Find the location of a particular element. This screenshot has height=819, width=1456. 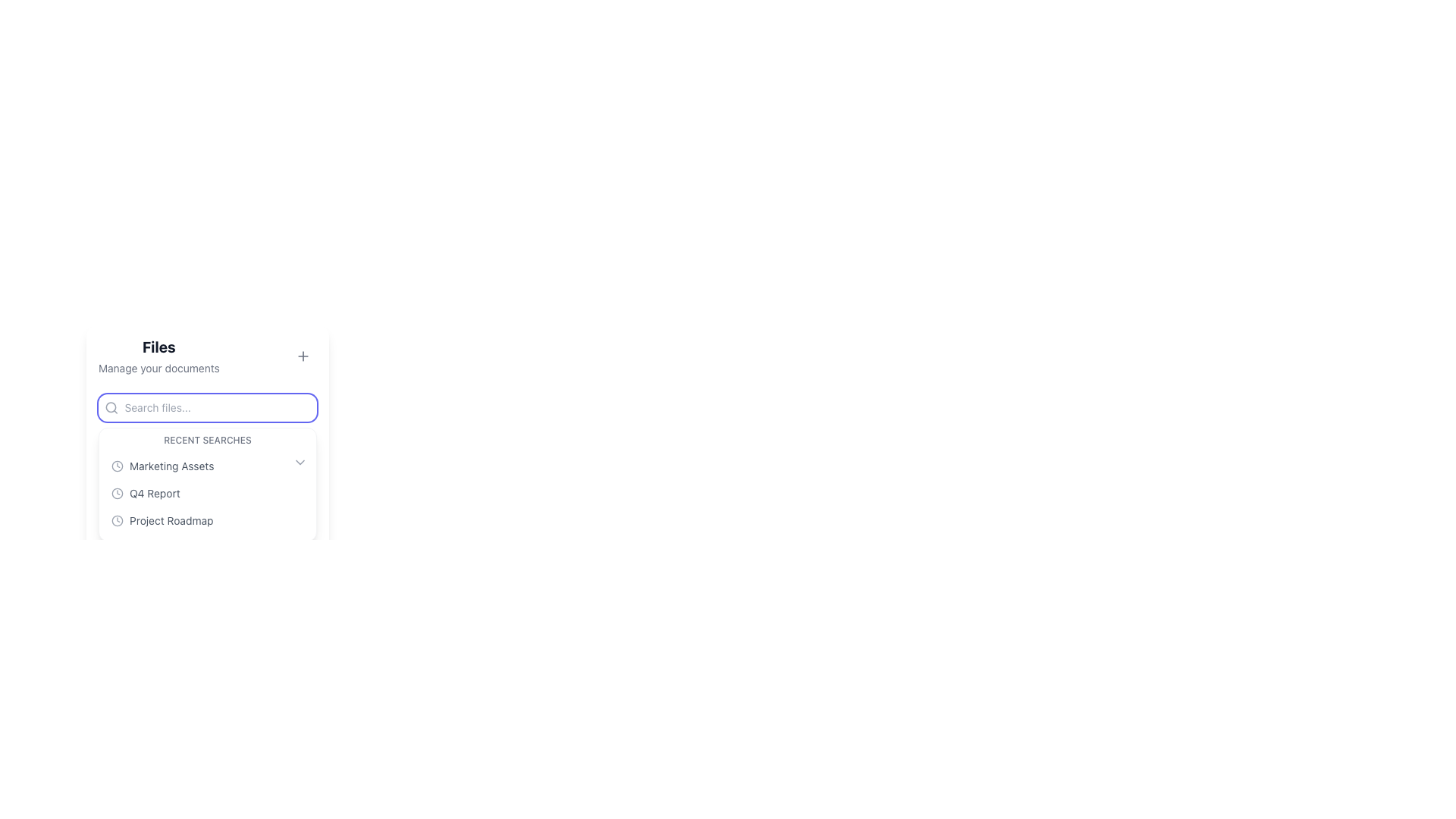

the text block containing the heading 'Files' and the subtitle 'Manage your documents', which is positioned near the top-left corner of the interface is located at coordinates (158, 356).